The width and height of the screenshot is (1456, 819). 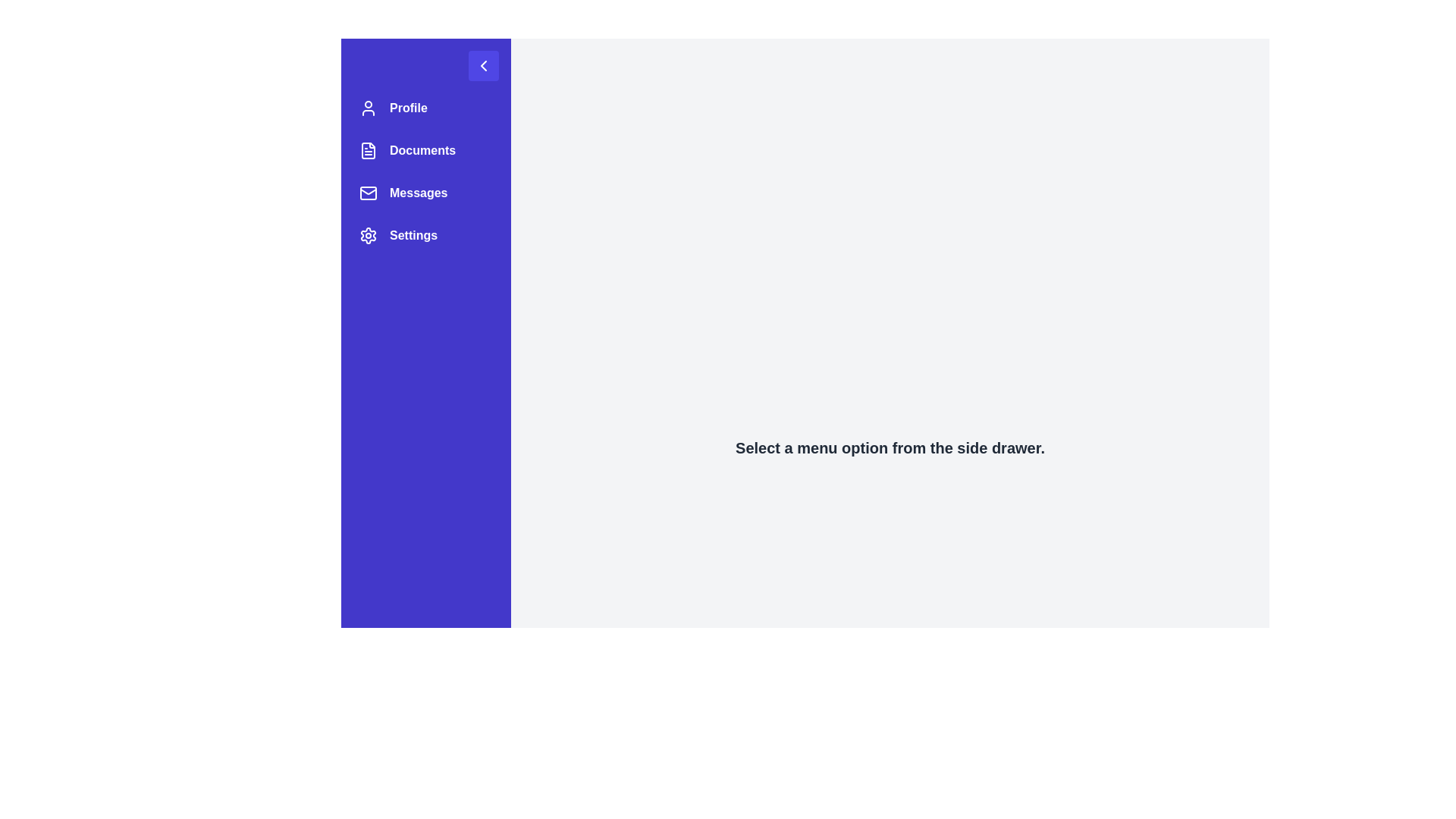 I want to click on the graphical element within the envelope-shaped icon representing the 'Messages' functionality in the sidebar menu, which is the third item from the top, so click(x=368, y=192).